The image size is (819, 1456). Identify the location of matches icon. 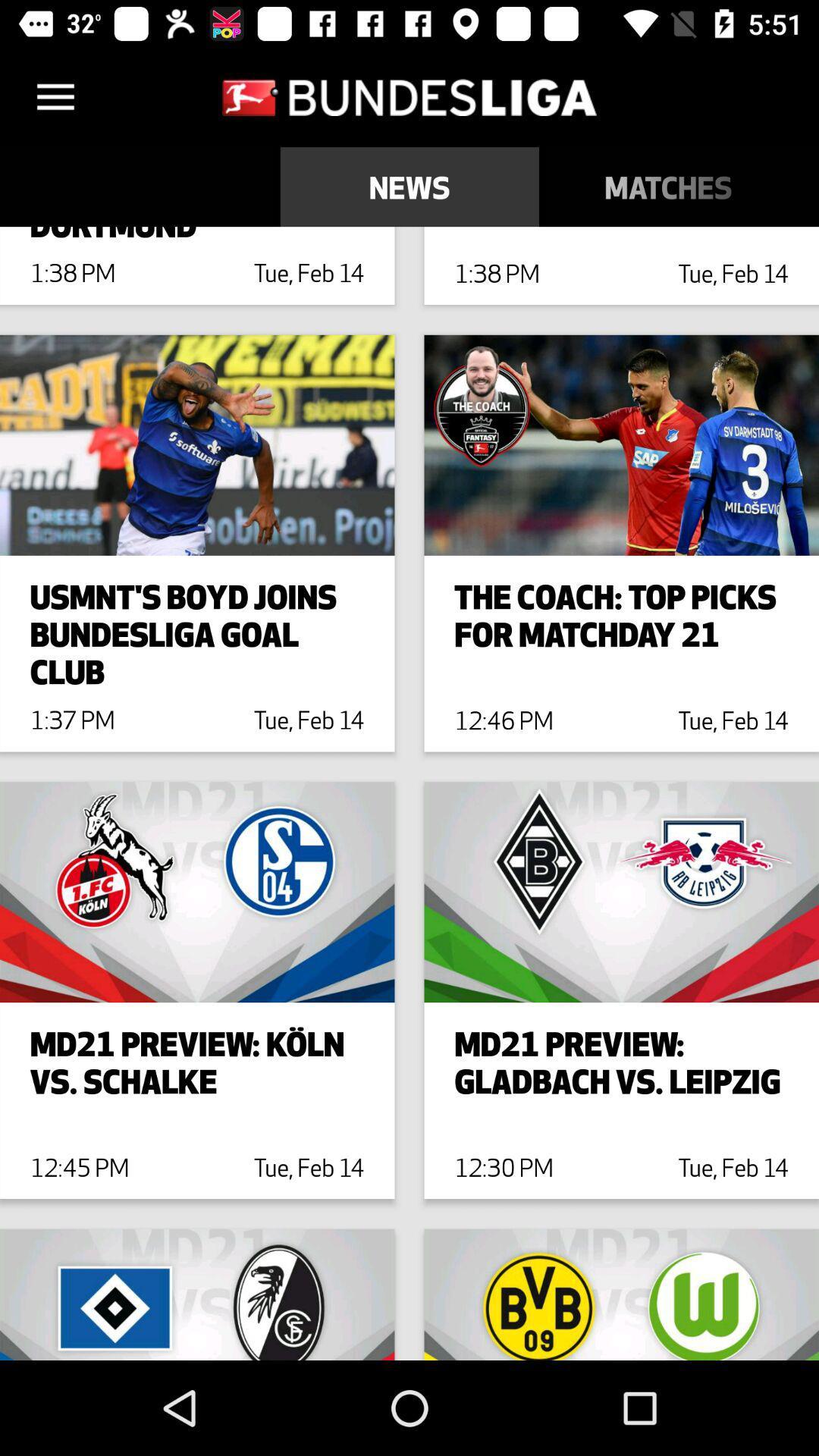
(667, 186).